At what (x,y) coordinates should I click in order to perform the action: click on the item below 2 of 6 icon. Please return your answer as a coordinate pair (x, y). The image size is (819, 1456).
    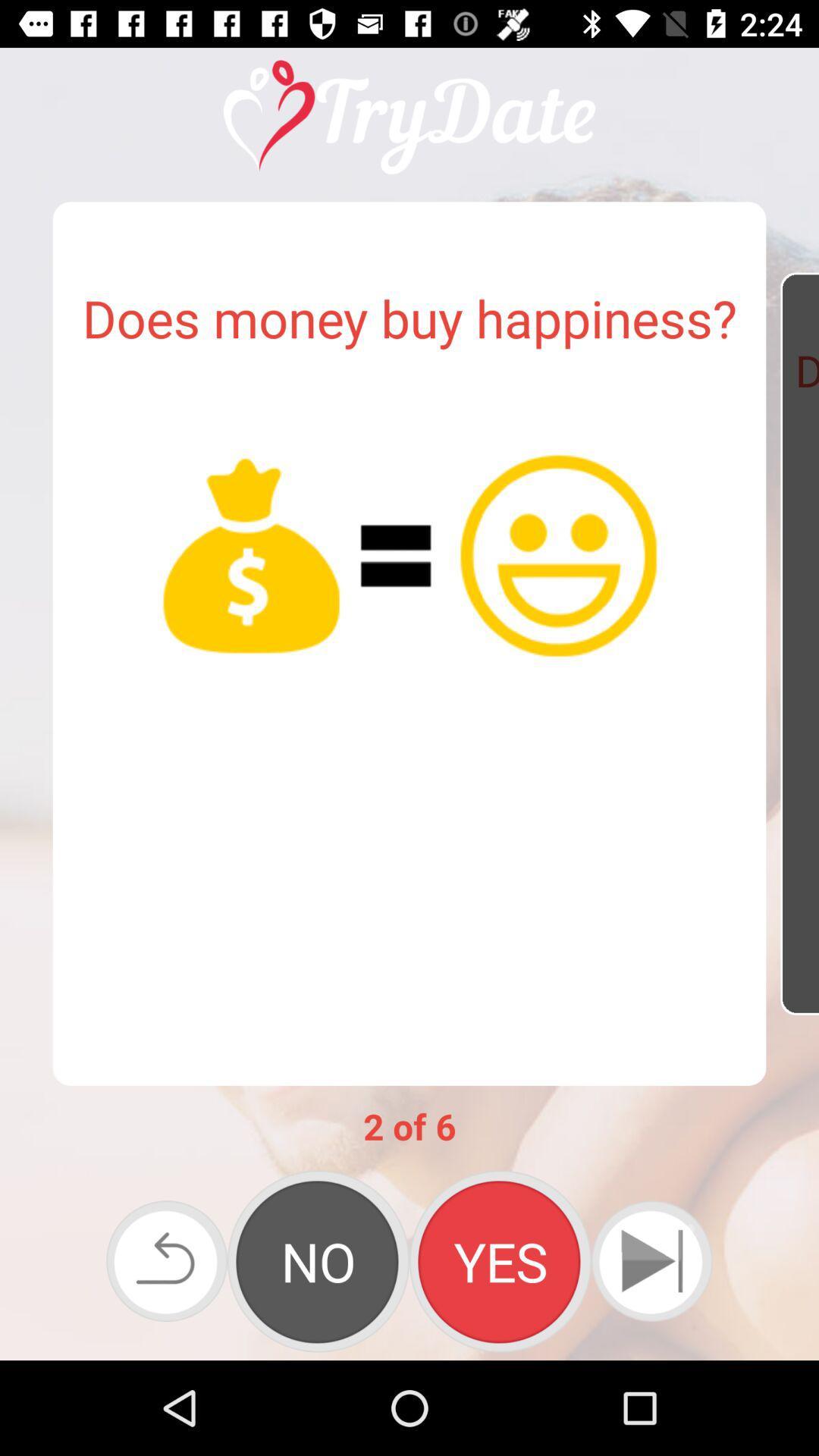
    Looking at the image, I should click on (651, 1261).